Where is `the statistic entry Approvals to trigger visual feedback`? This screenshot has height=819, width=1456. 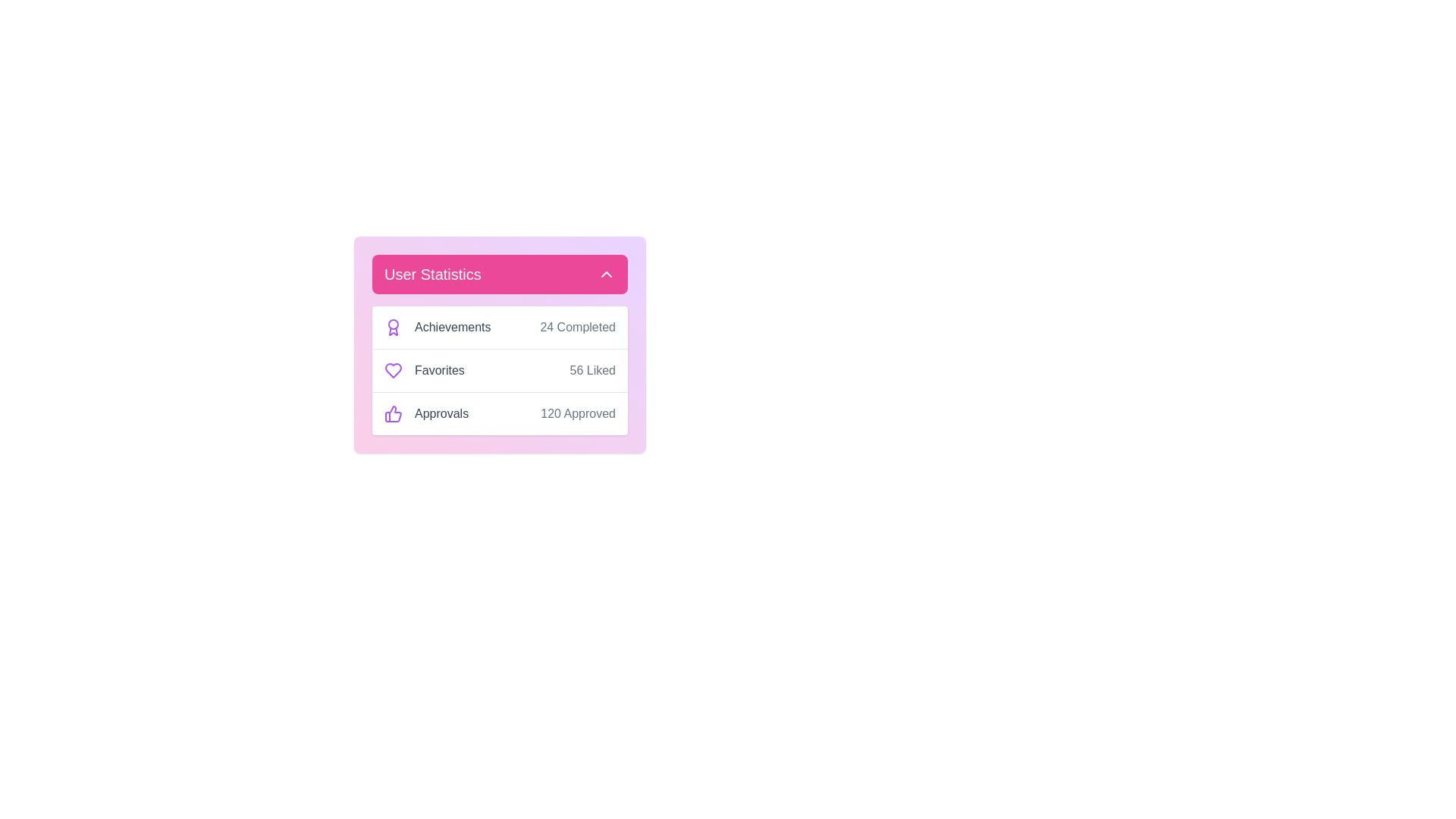 the statistic entry Approvals to trigger visual feedback is located at coordinates (431, 414).